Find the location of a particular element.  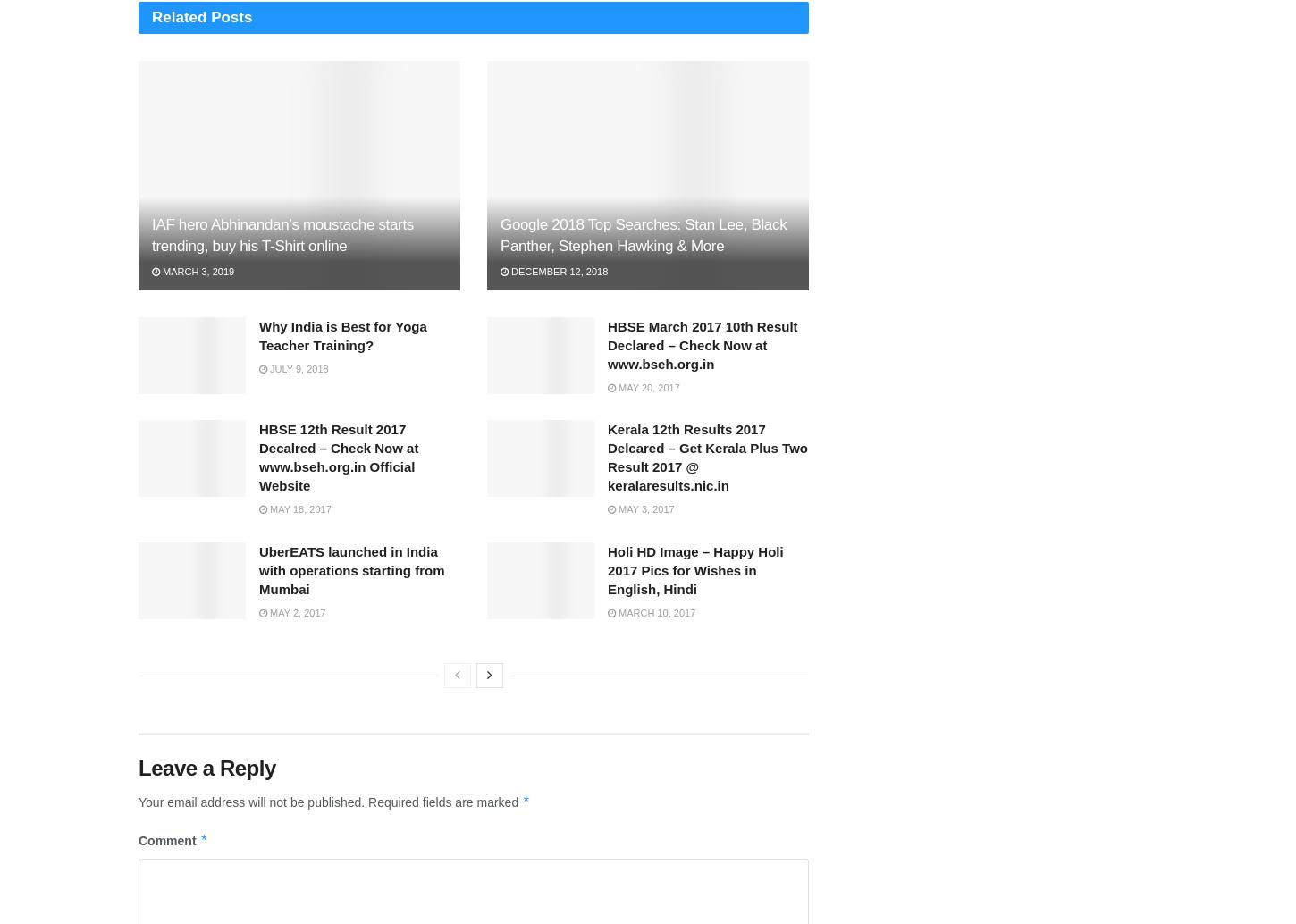

'Posts' is located at coordinates (229, 16).